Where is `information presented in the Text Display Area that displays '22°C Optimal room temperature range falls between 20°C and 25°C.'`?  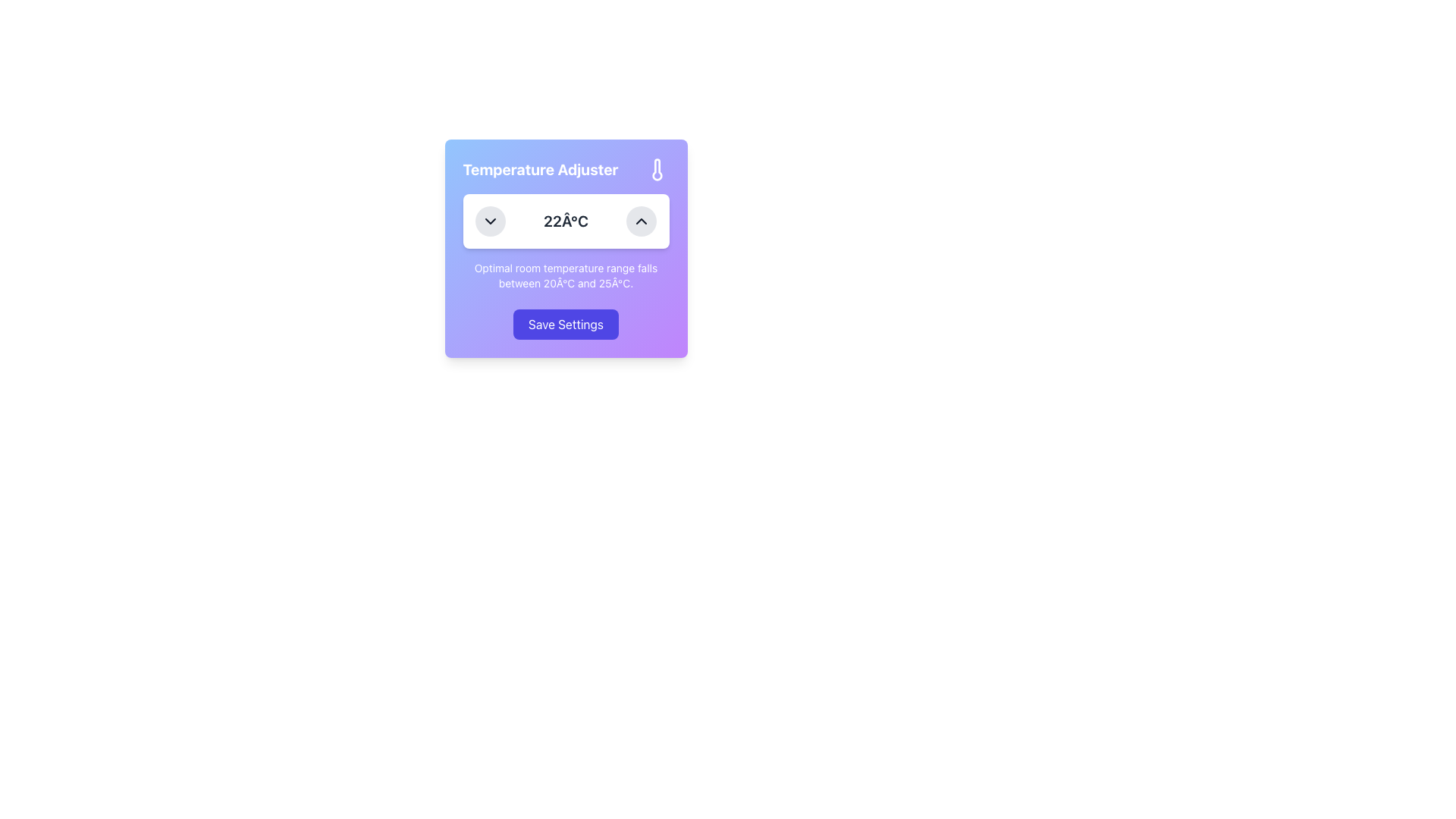 information presented in the Text Display Area that displays '22°C Optimal room temperature range falls between 20°C and 25°C.' is located at coordinates (565, 242).